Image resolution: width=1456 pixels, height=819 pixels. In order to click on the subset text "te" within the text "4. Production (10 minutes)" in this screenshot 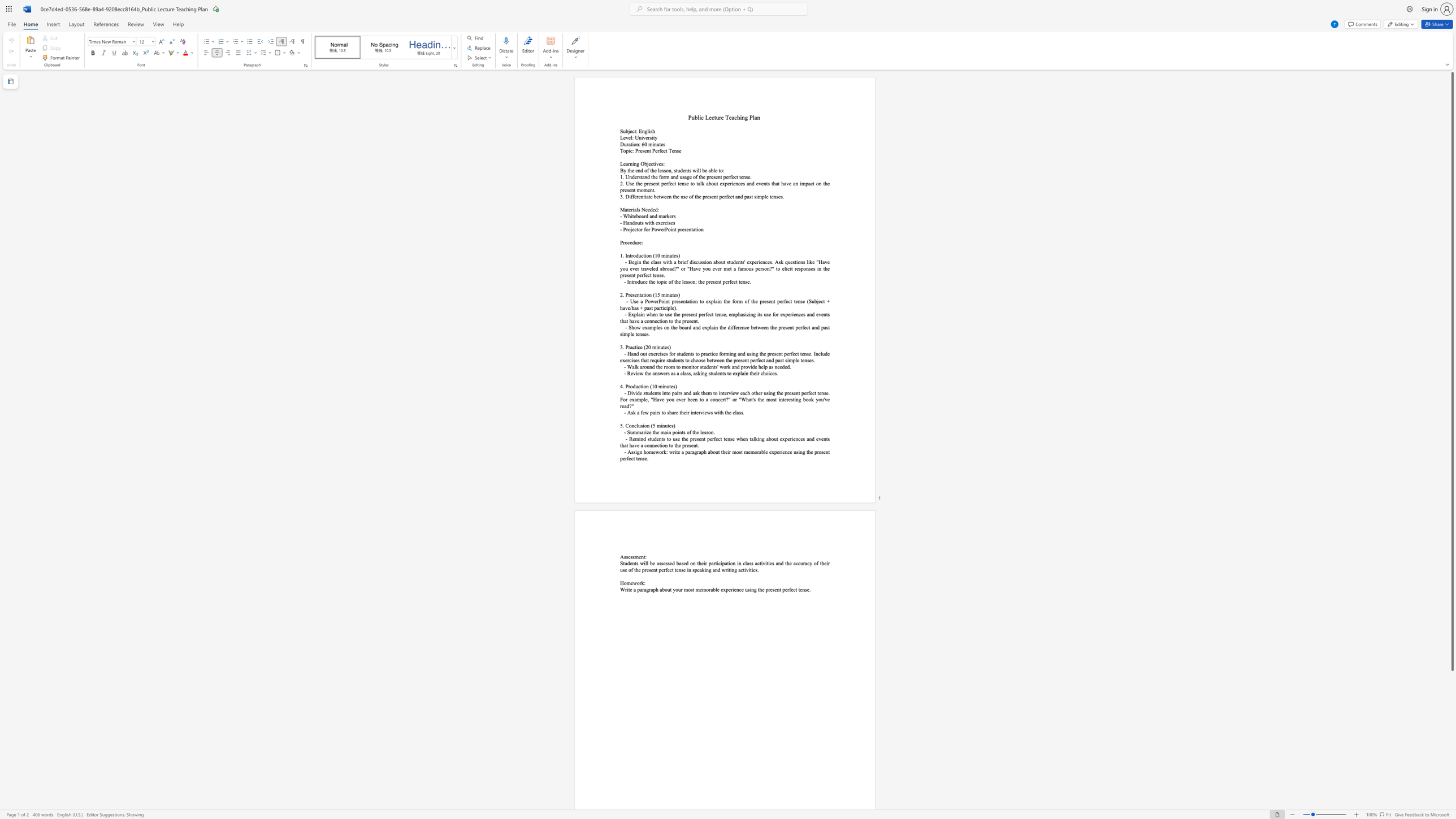, I will do `click(669, 385)`.